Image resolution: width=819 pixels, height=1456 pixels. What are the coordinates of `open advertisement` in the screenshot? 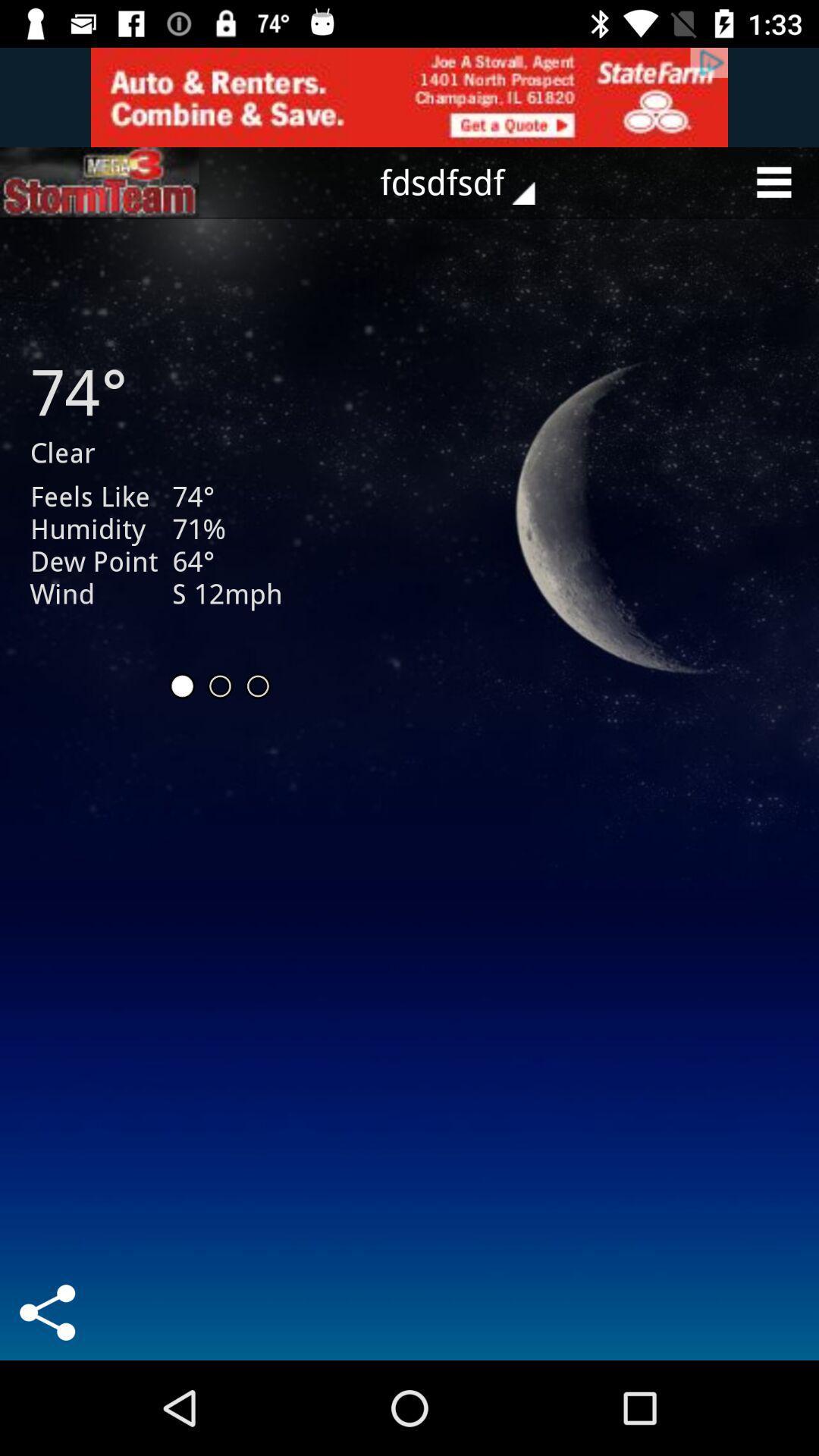 It's located at (99, 182).